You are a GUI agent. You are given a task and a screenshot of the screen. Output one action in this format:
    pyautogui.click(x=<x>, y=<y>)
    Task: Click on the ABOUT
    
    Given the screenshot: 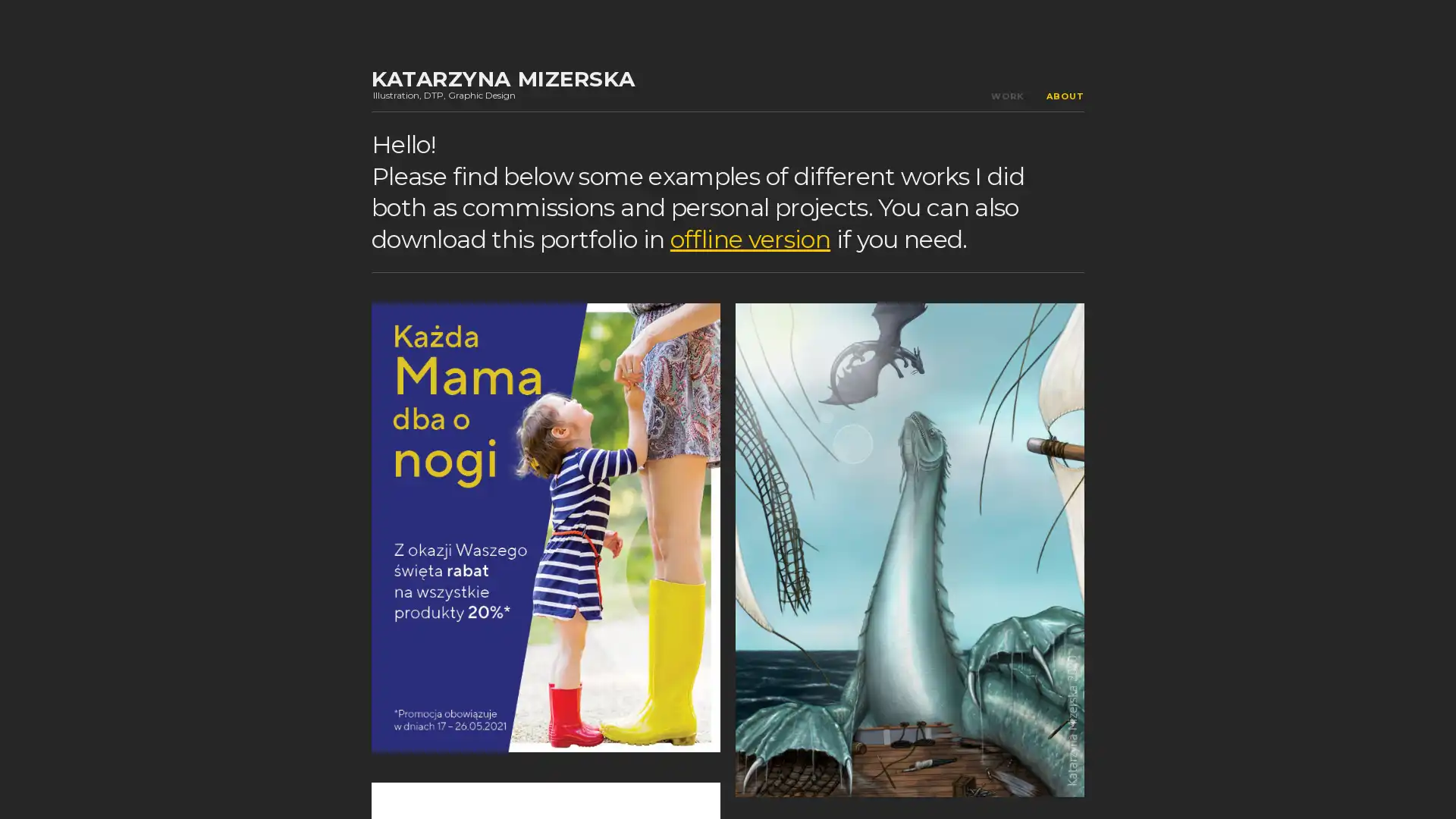 What is the action you would take?
    pyautogui.click(x=1065, y=96)
    